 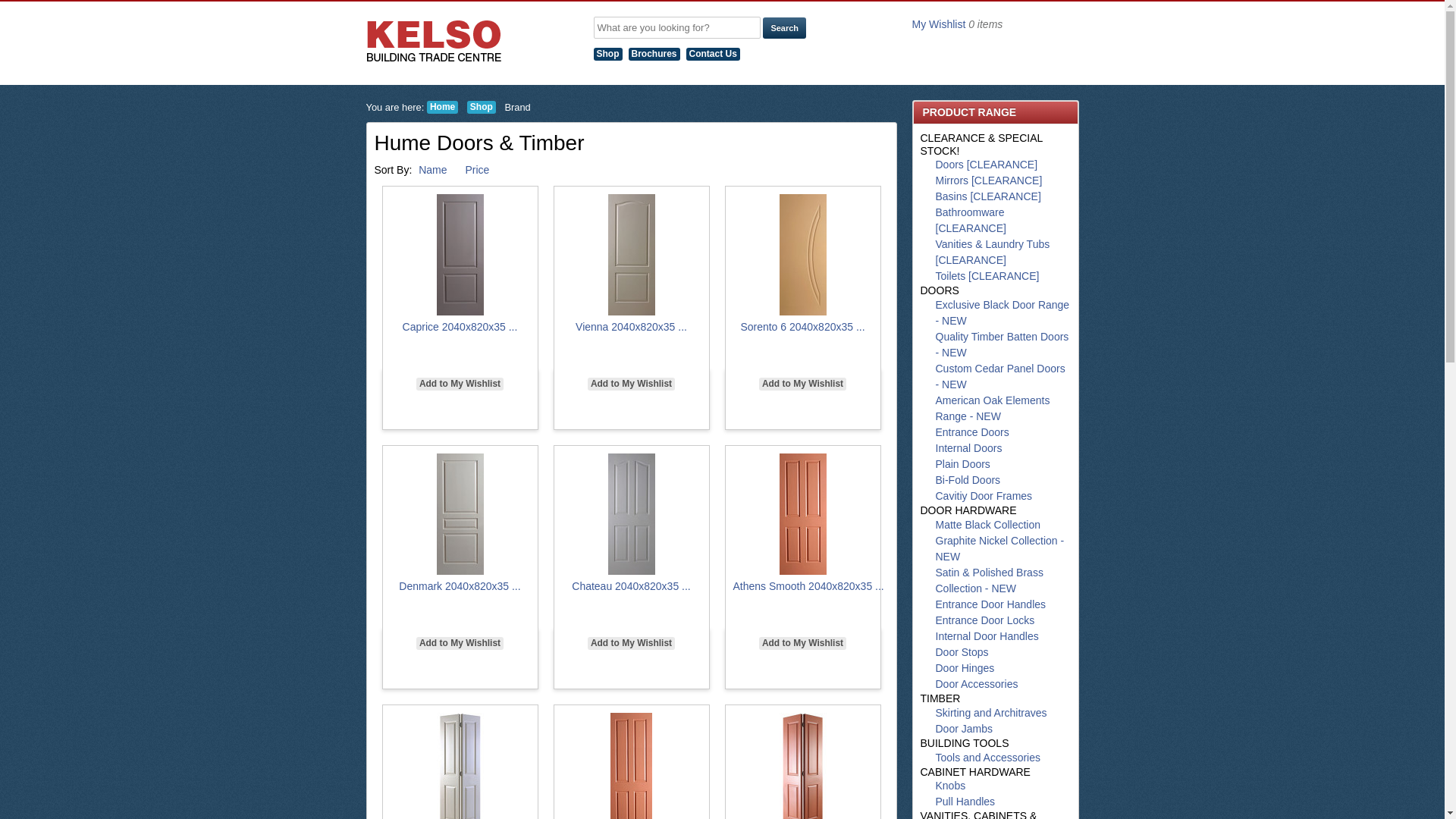 What do you see at coordinates (759, 643) in the screenshot?
I see `'Add to My Wishlist'` at bounding box center [759, 643].